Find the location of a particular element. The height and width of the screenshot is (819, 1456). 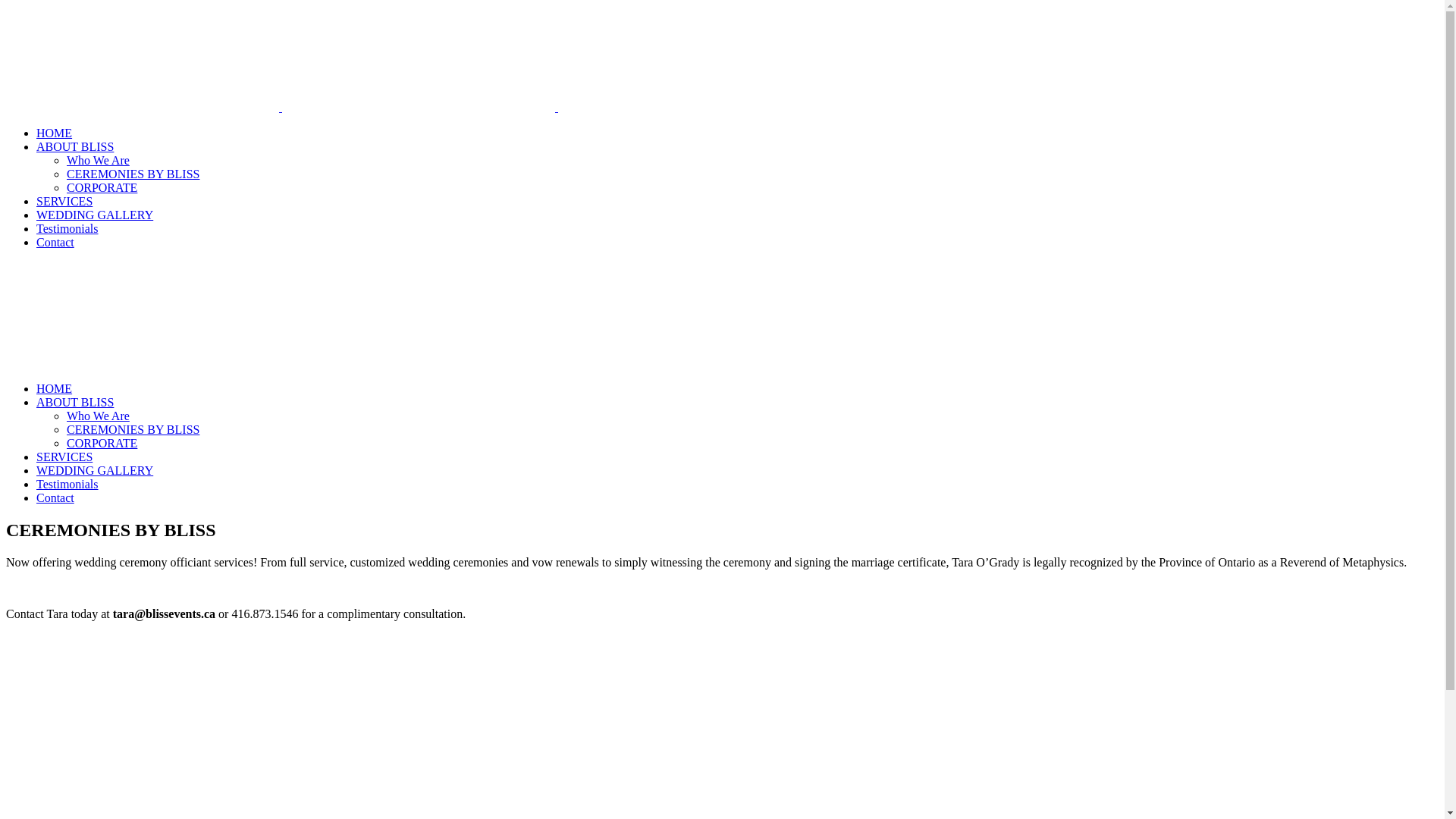

'ABOUT BLISS' is located at coordinates (74, 146).